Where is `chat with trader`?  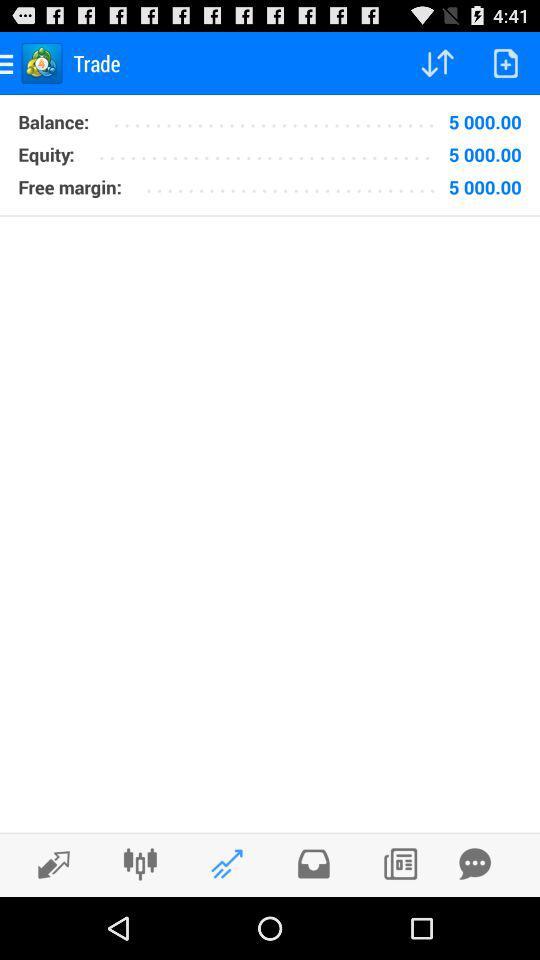 chat with trader is located at coordinates (474, 863).